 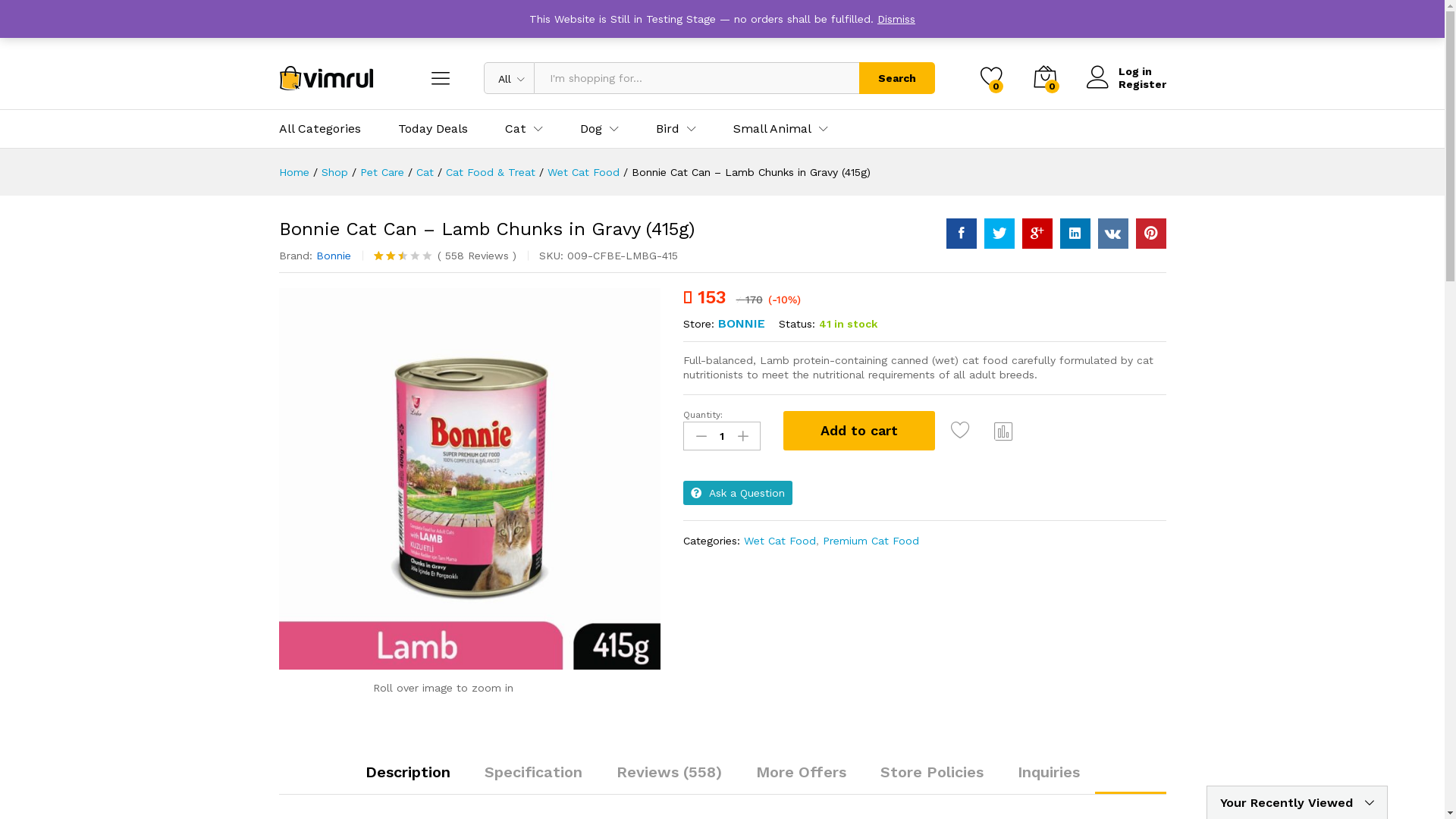 What do you see at coordinates (532, 772) in the screenshot?
I see `'Specification'` at bounding box center [532, 772].